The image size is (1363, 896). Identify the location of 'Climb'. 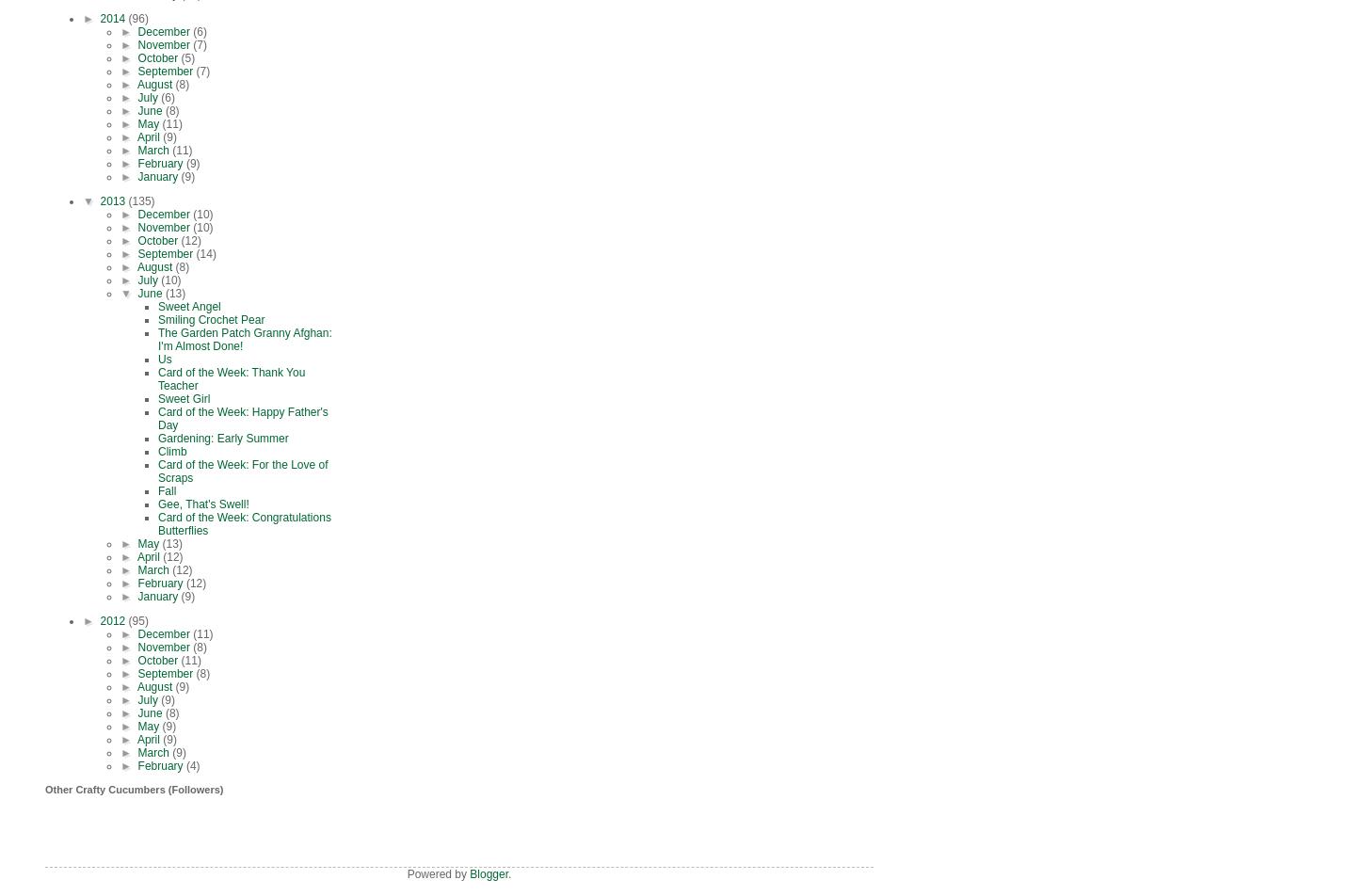
(156, 451).